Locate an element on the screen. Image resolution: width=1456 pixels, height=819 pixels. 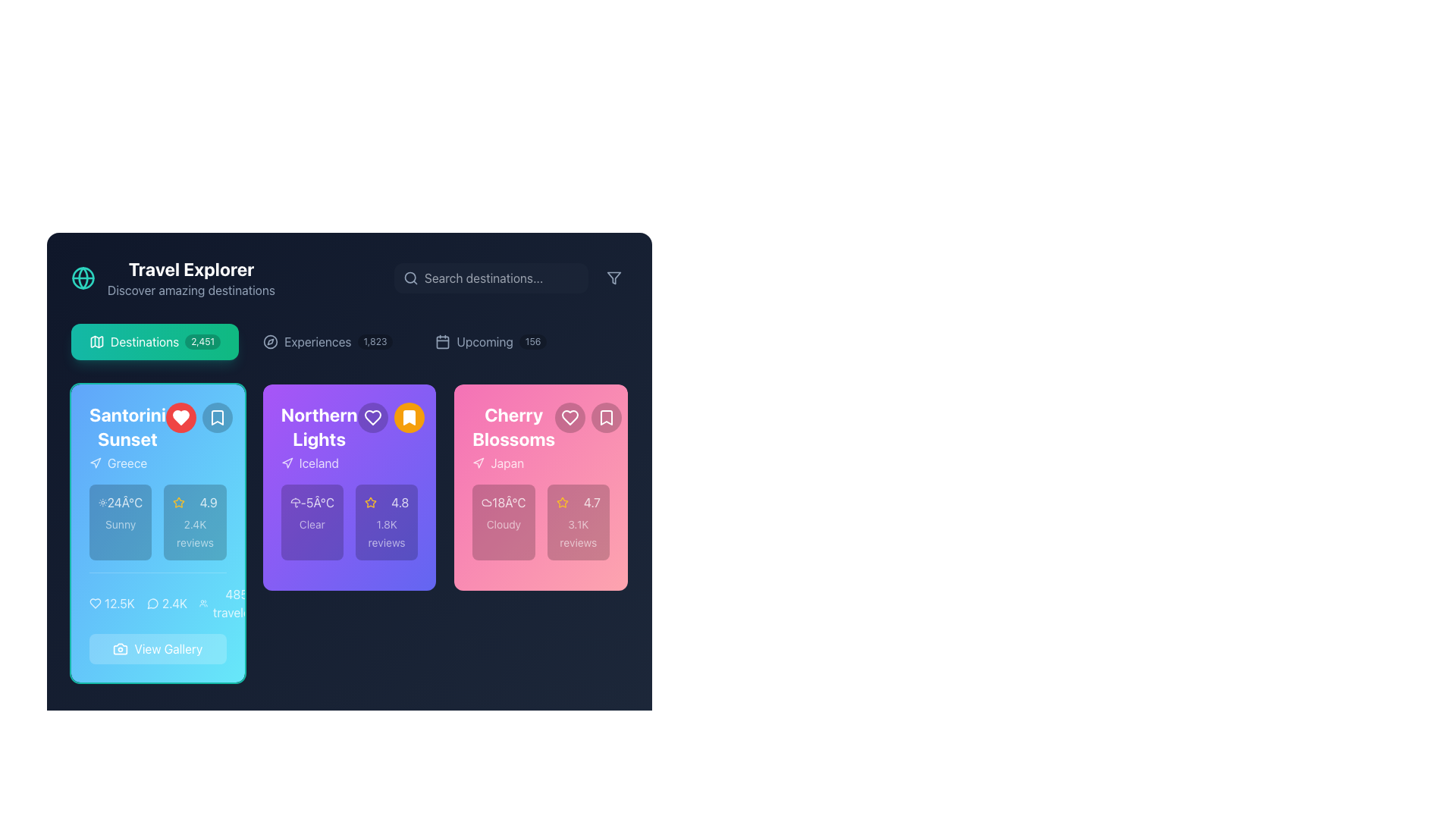
the label displaying temperature and weather information within the purple card labeled 'Northern Lights', located above the text 'Clear' and to the left of the star icon is located at coordinates (311, 503).